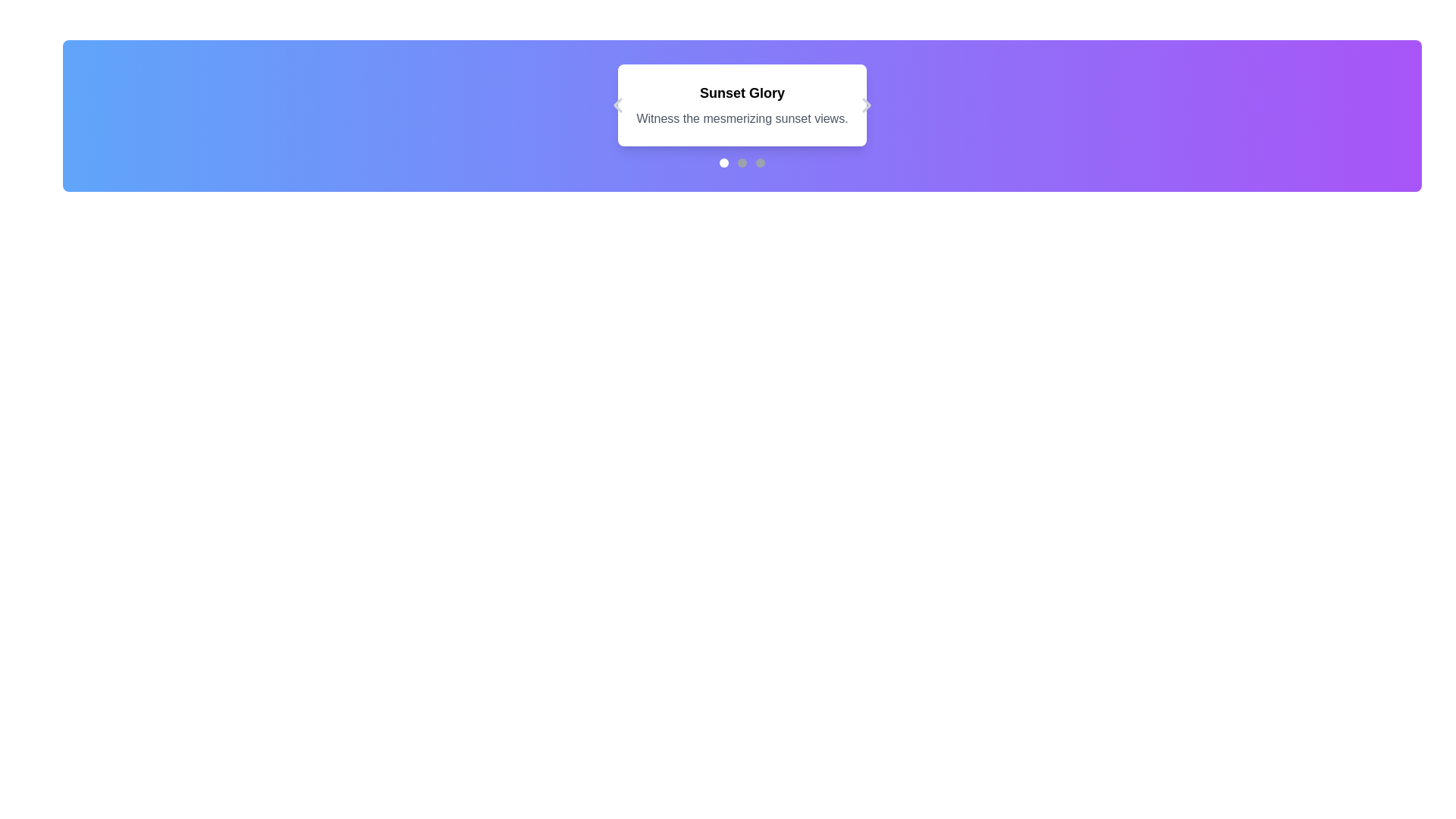 Image resolution: width=1456 pixels, height=819 pixels. Describe the element at coordinates (742, 163) in the screenshot. I see `the second circular navigation button for the carousel to change its background color` at that location.